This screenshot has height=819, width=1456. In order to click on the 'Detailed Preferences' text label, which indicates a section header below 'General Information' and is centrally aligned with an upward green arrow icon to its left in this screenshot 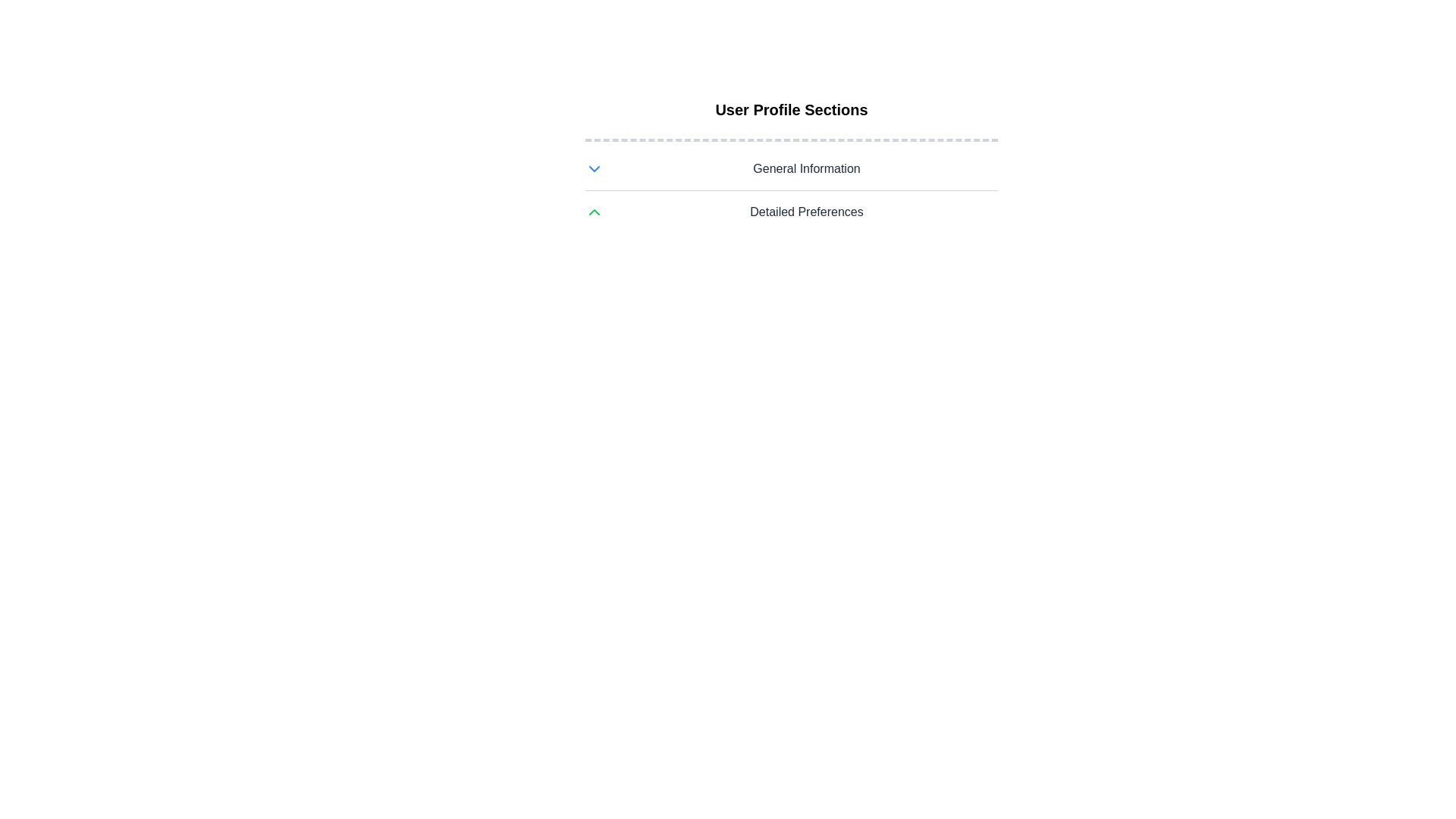, I will do `click(806, 212)`.